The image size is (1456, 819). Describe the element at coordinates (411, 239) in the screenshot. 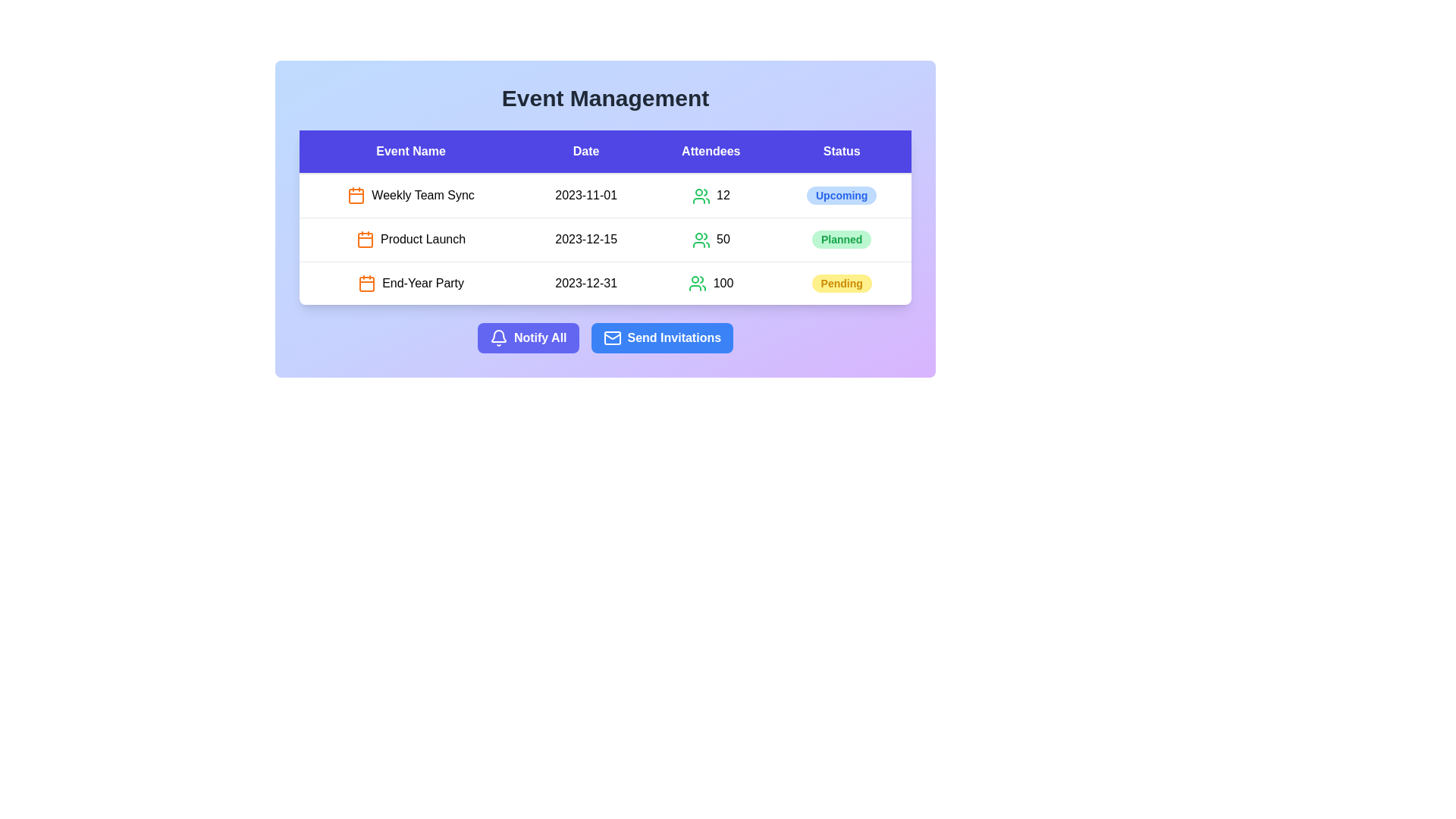

I see `the row corresponding to the event 'Product Launch' to view its details` at that location.